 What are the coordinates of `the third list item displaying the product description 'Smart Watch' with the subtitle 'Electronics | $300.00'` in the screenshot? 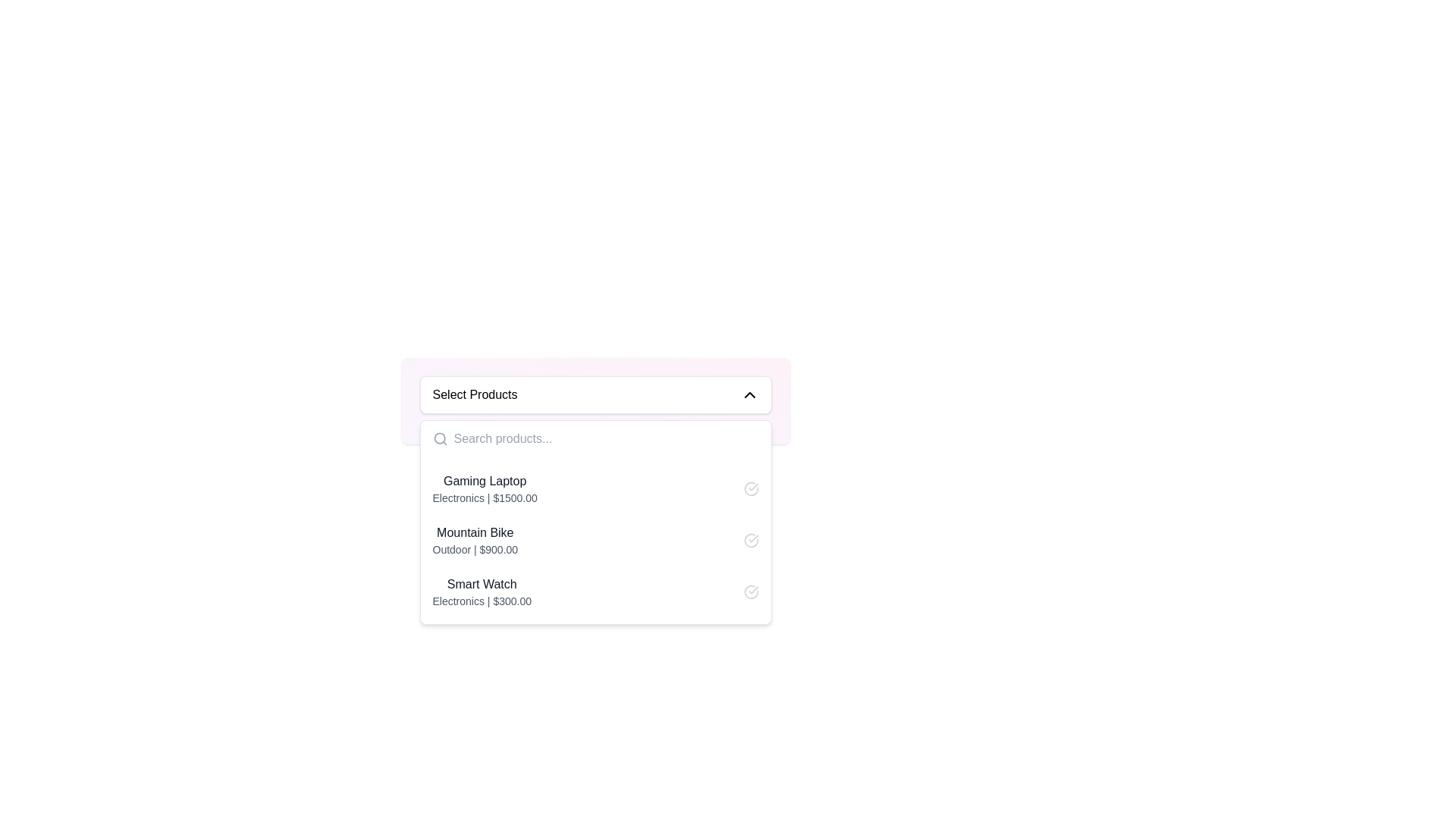 It's located at (595, 591).